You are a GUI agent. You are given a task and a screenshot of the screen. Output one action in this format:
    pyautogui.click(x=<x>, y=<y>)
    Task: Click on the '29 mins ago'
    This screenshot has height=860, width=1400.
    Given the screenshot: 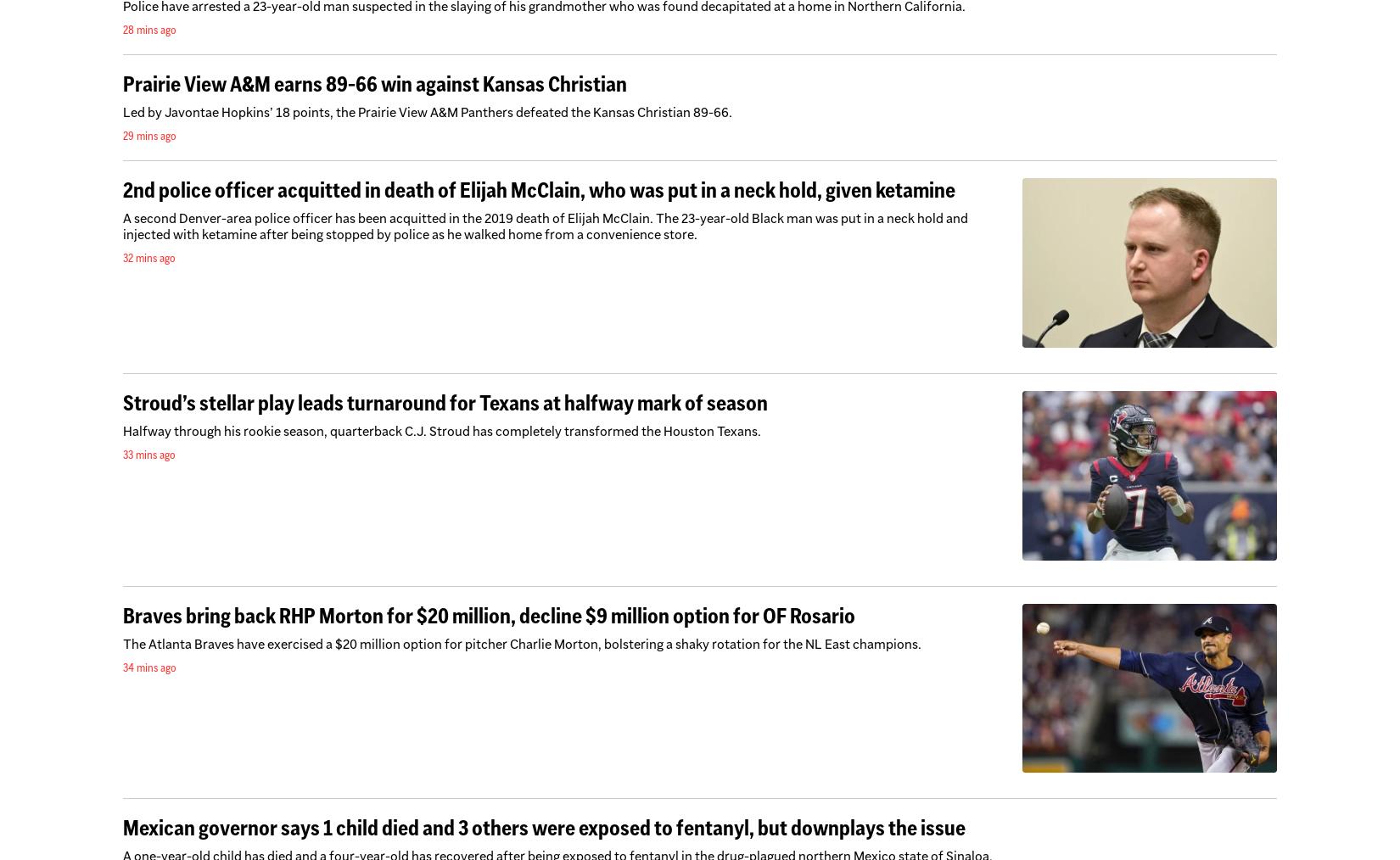 What is the action you would take?
    pyautogui.click(x=123, y=136)
    